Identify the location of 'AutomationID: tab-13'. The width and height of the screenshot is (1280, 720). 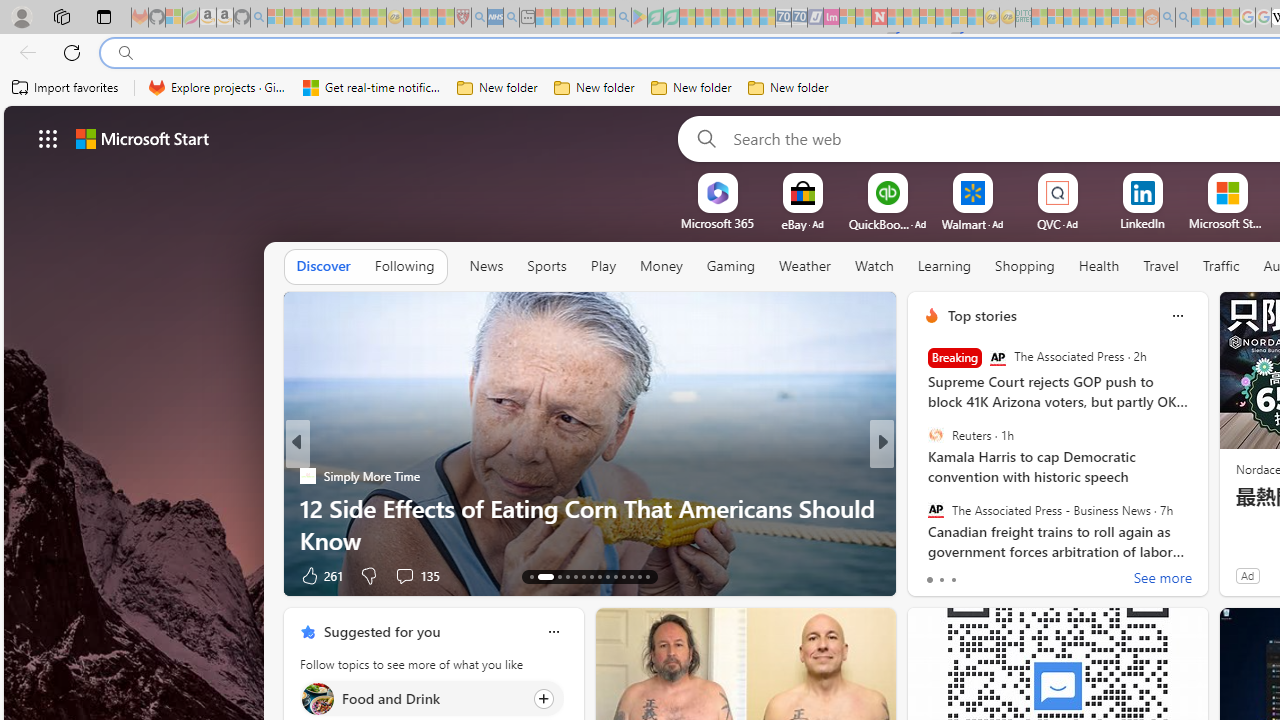
(531, 577).